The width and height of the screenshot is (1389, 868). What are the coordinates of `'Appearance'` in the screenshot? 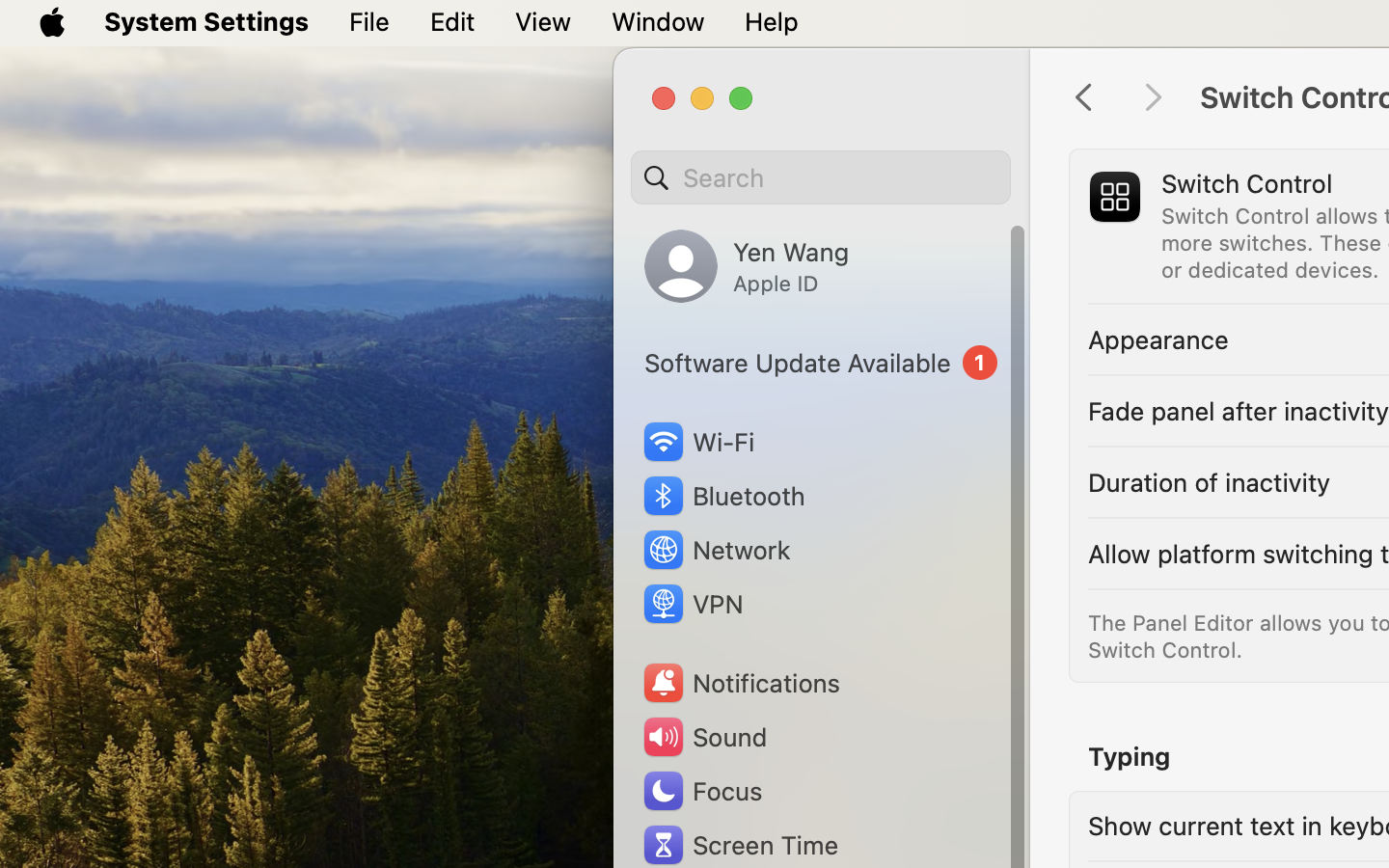 It's located at (1157, 339).